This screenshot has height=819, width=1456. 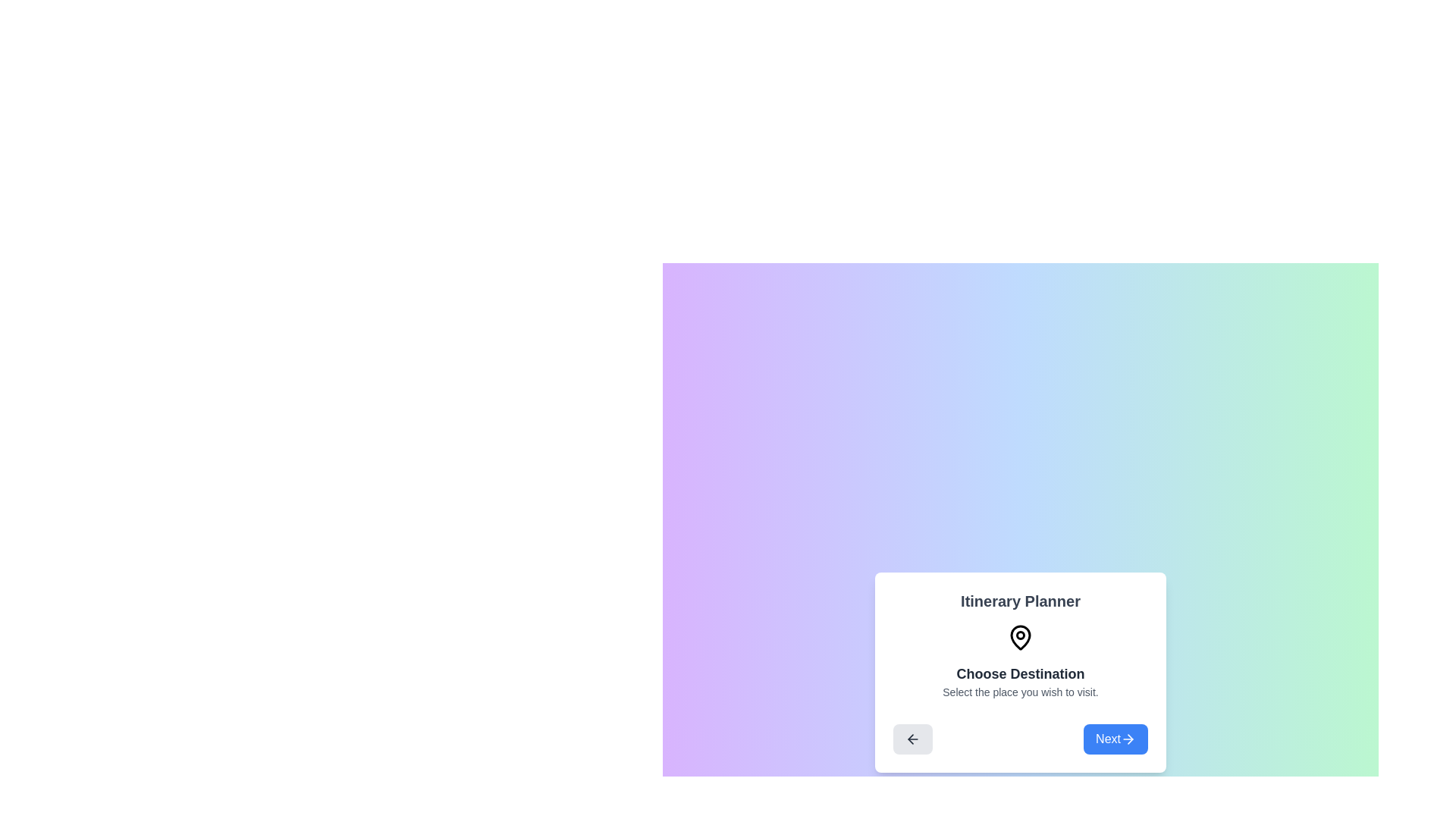 What do you see at coordinates (1128, 739) in the screenshot?
I see `the arrow icon within the 'Next' button located at the bottom right corner of the modal dialog box, which has a blue background and rounded corners` at bounding box center [1128, 739].